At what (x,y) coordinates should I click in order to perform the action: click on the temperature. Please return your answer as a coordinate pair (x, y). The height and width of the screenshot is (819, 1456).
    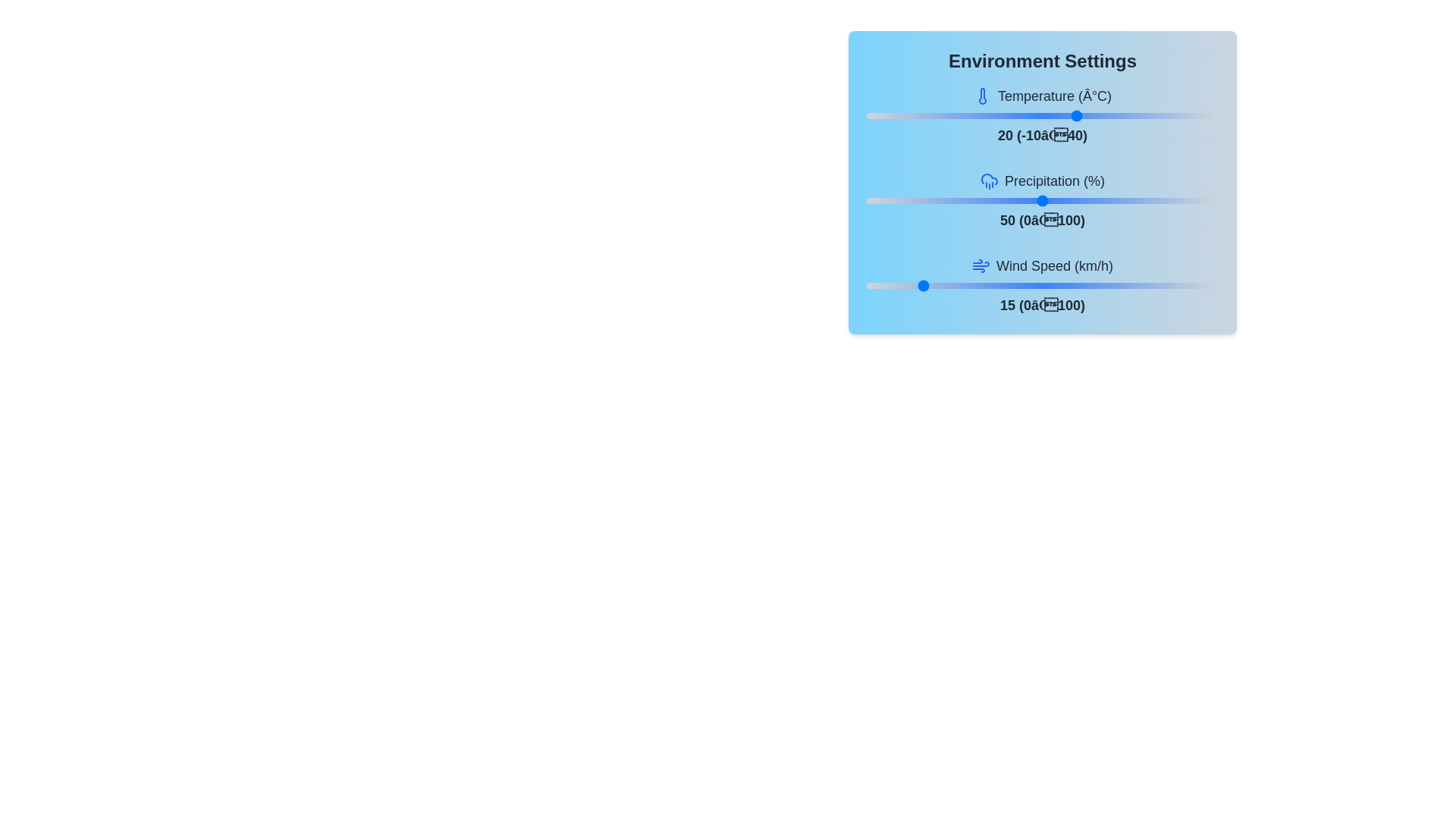
    Looking at the image, I should click on (943, 115).